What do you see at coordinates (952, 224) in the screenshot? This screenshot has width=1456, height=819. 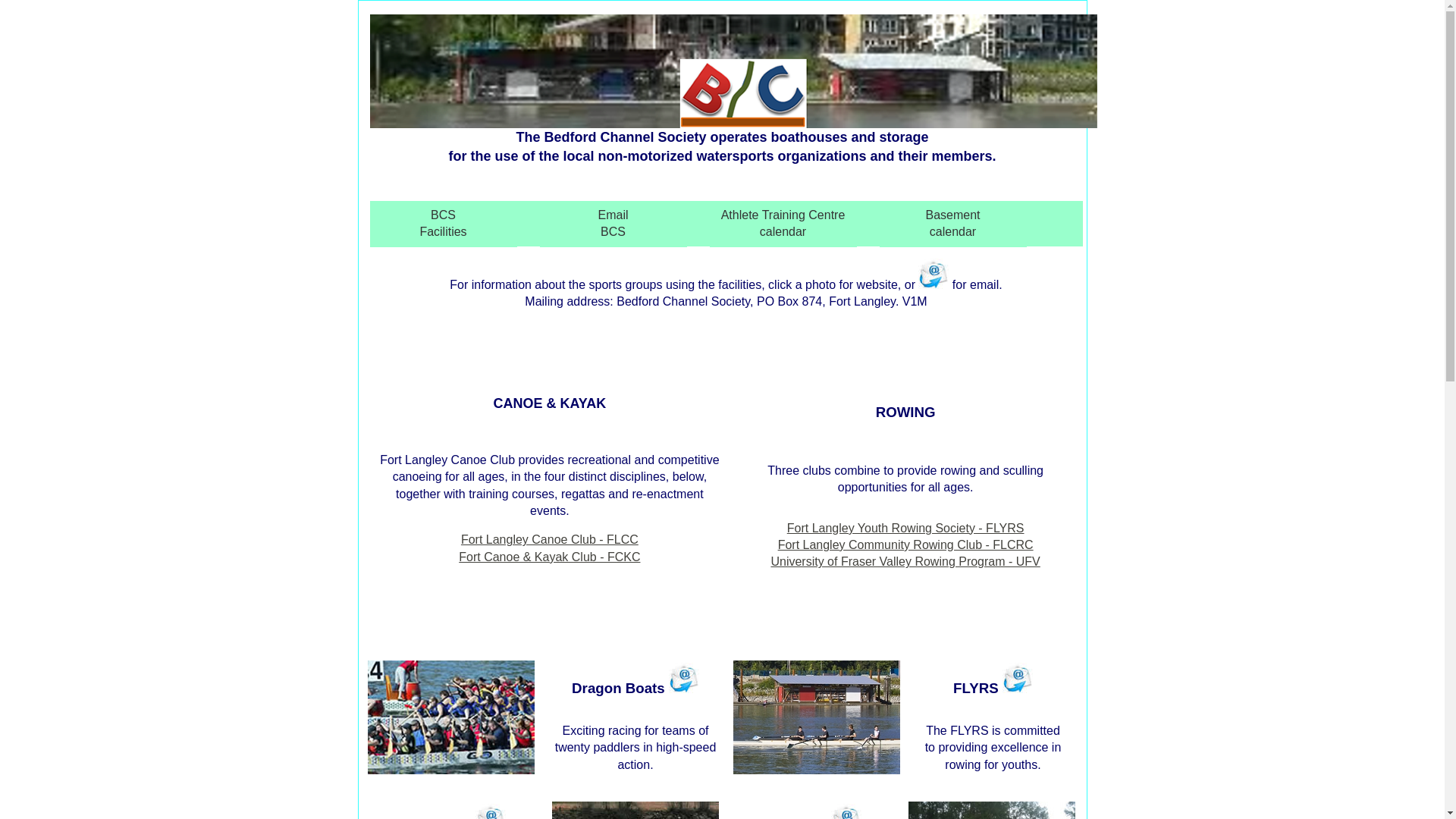 I see `'Basement` at bounding box center [952, 224].